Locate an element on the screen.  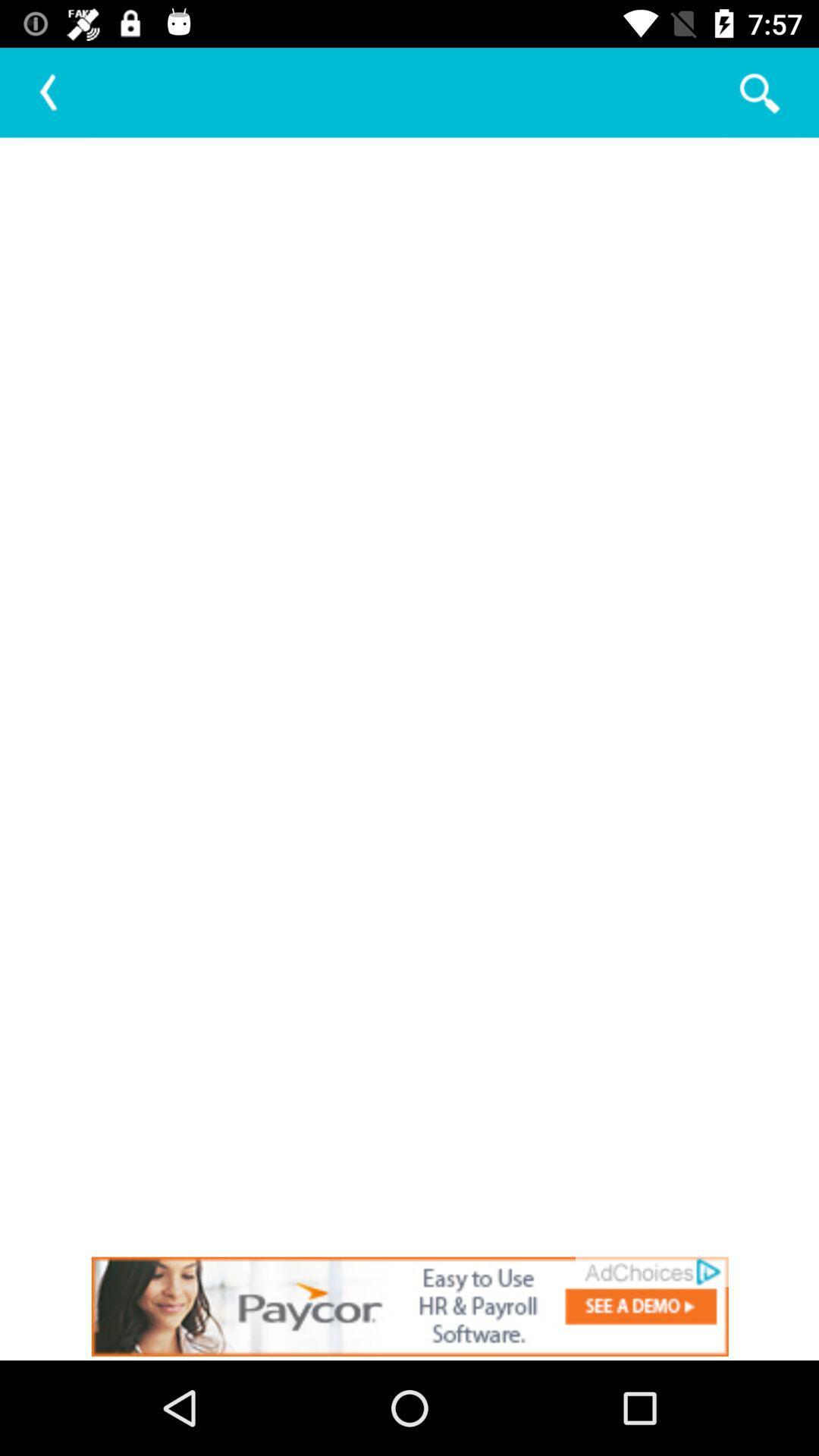
the option is located at coordinates (409, 1306).